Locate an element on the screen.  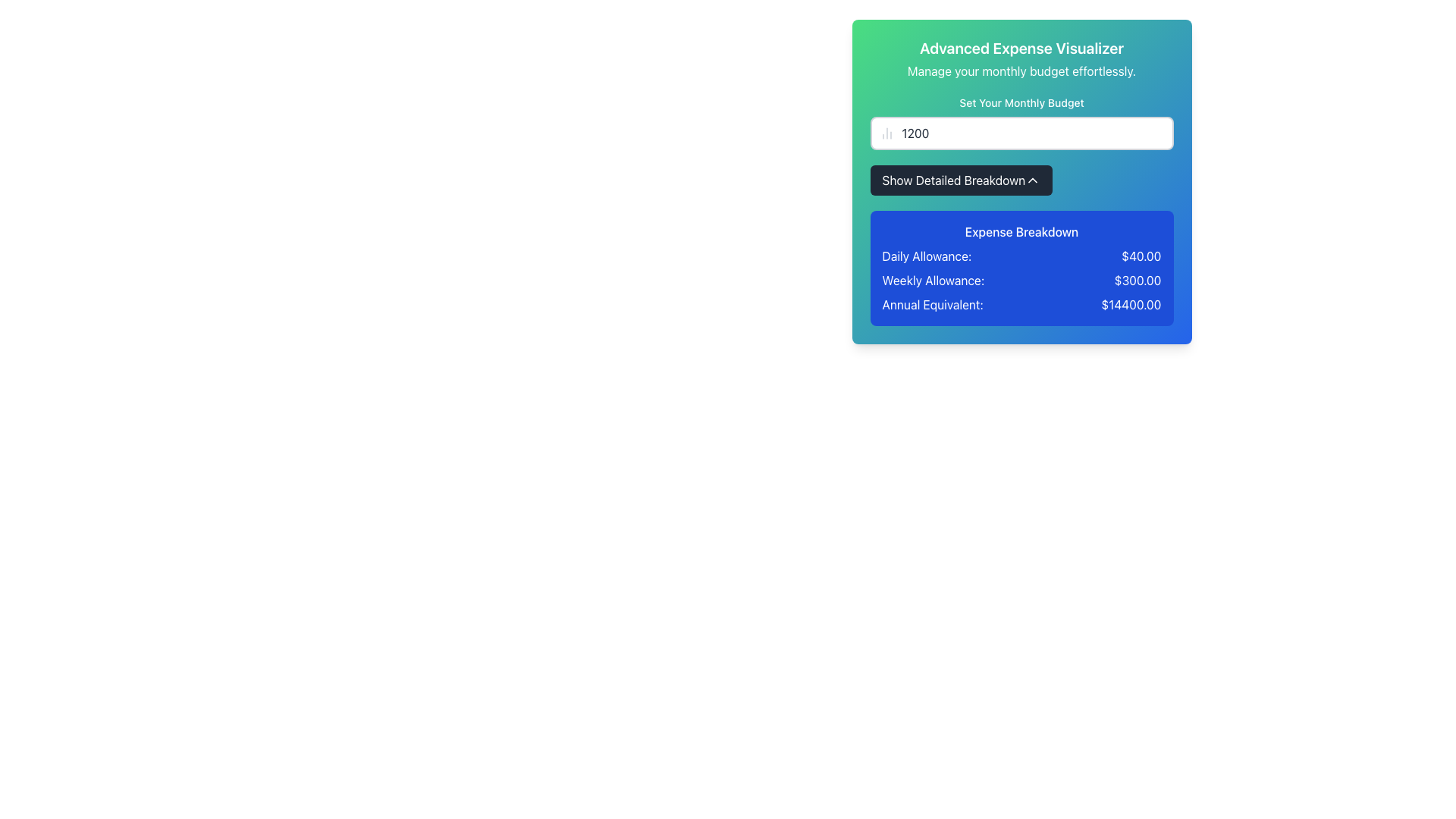
text label 'Weekly Allowance:' styled in white on a blue background, located within the 'Expense Breakdown' section is located at coordinates (932, 281).